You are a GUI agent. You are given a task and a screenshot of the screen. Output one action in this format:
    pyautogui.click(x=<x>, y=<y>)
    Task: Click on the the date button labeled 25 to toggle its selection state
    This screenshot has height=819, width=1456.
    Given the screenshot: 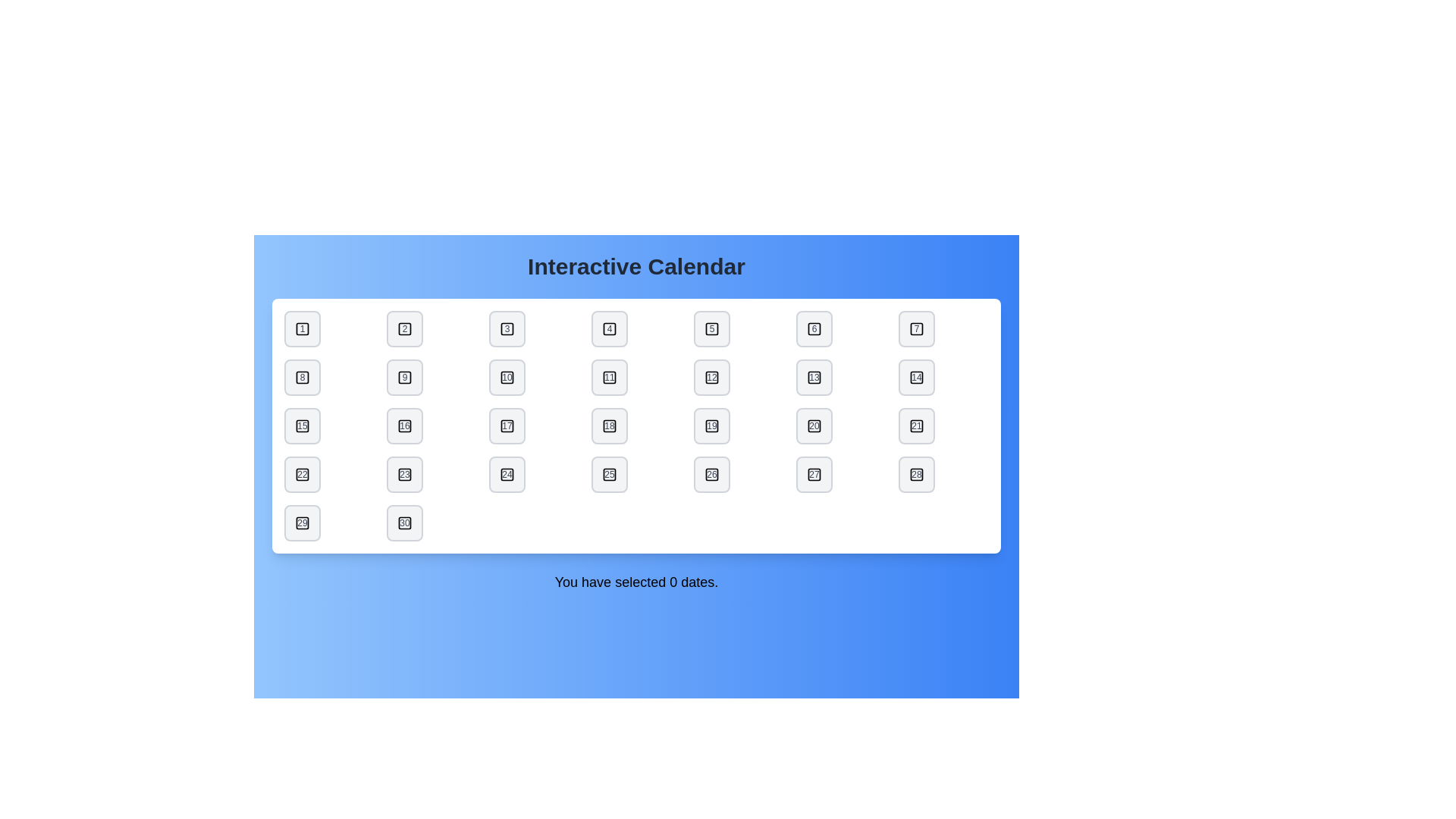 What is the action you would take?
    pyautogui.click(x=610, y=473)
    